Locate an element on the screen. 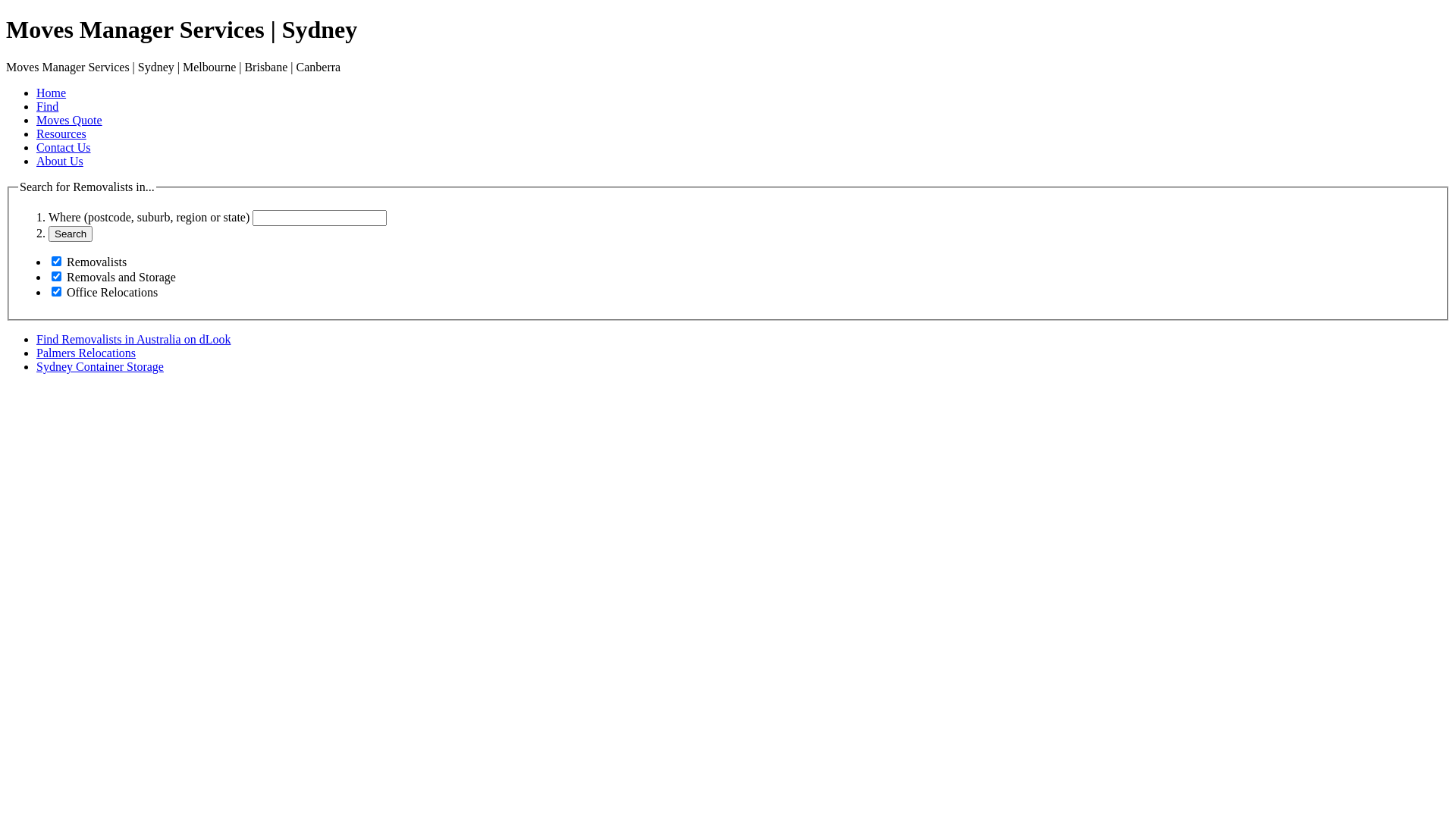  'About Us' is located at coordinates (36, 161).